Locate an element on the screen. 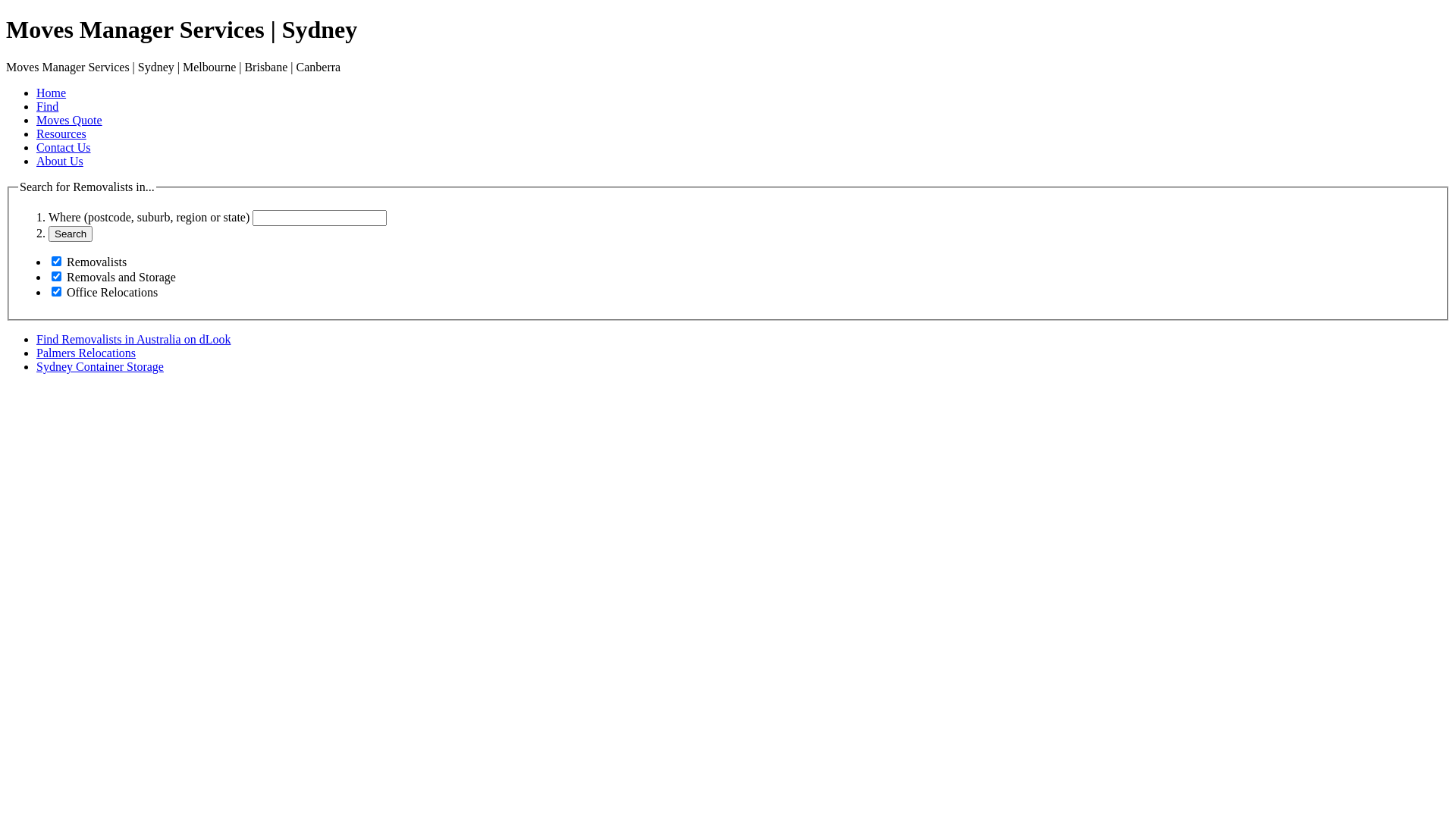  'About Us' is located at coordinates (36, 161).